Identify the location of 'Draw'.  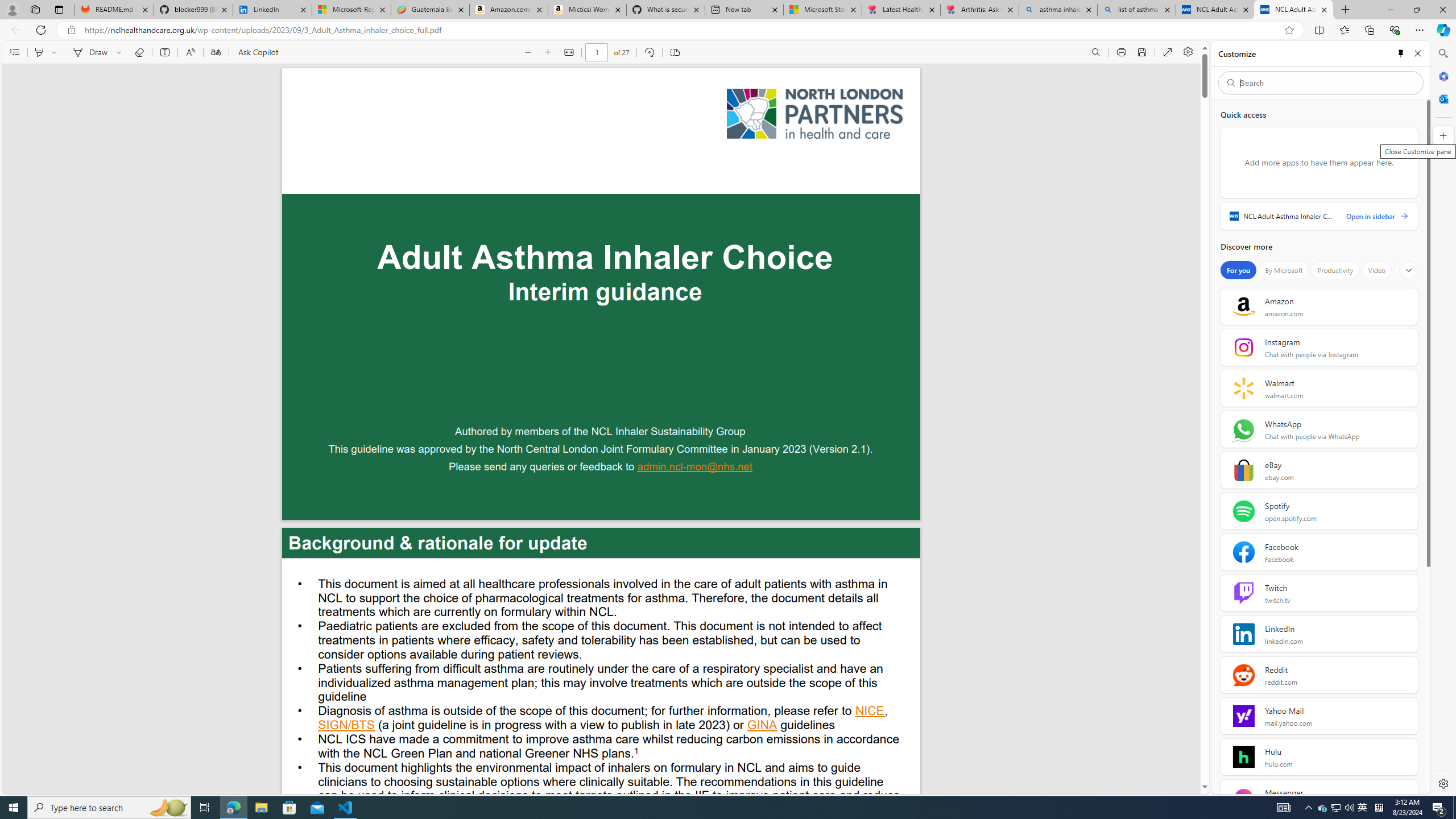
(88, 52).